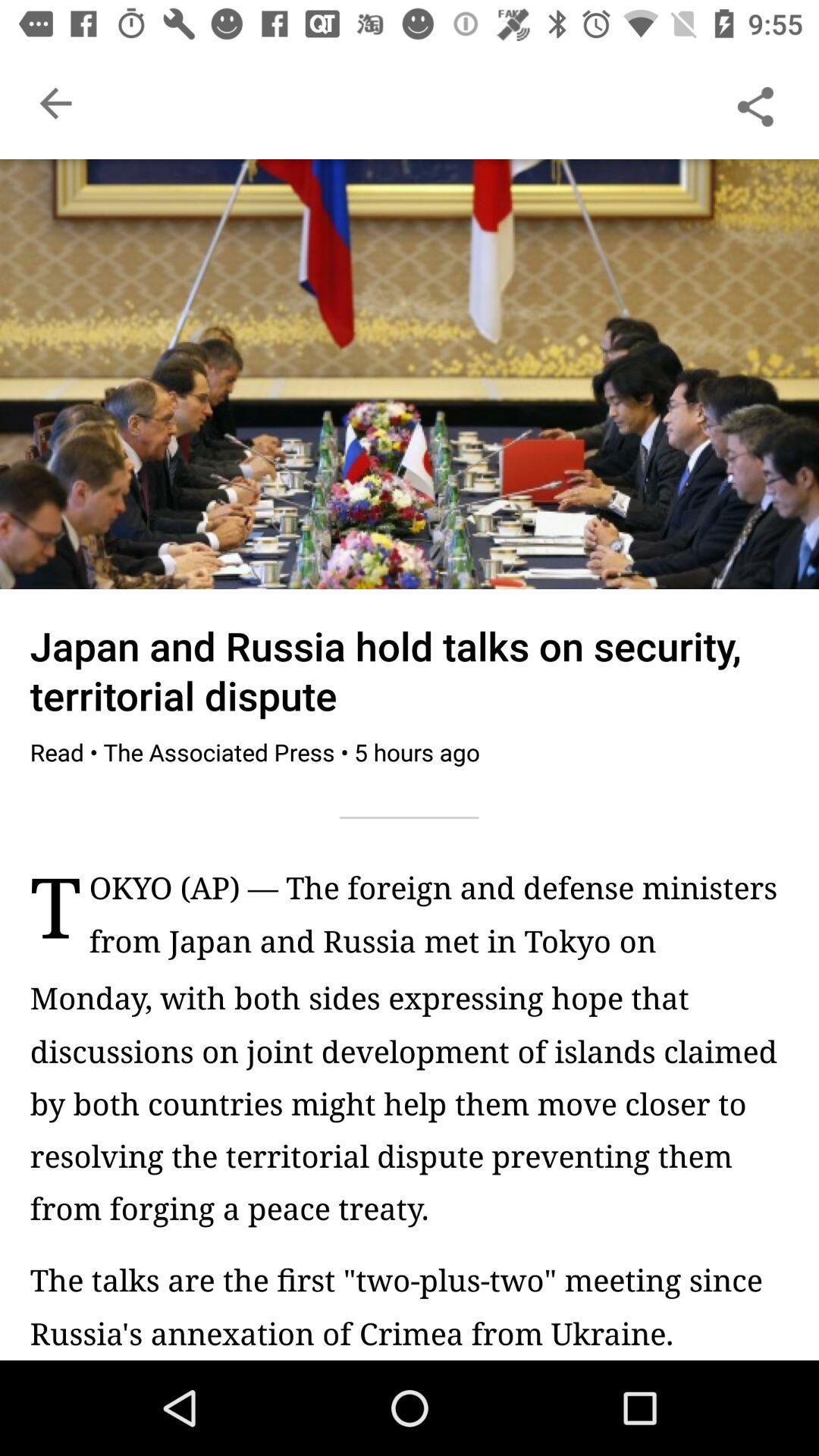 Image resolution: width=819 pixels, height=1456 pixels. I want to click on the okyo ap the, so click(438, 921).